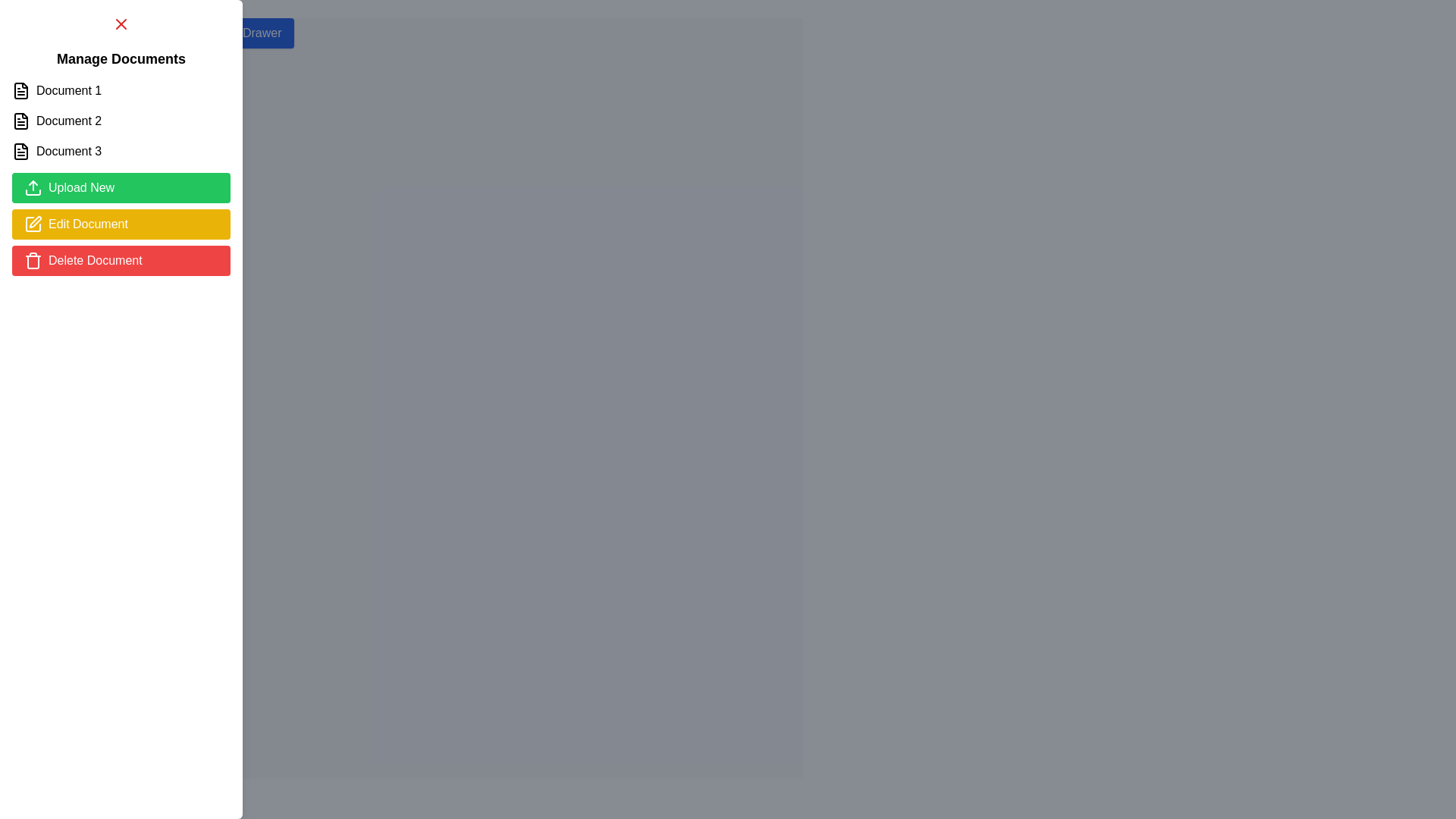  What do you see at coordinates (21, 90) in the screenshot?
I see `the document icon, which is an outlined black icon styled as a document with a folded corner, located adjacent to the text 'Document 1' in the sidebar under 'Manage Documents.'` at bounding box center [21, 90].